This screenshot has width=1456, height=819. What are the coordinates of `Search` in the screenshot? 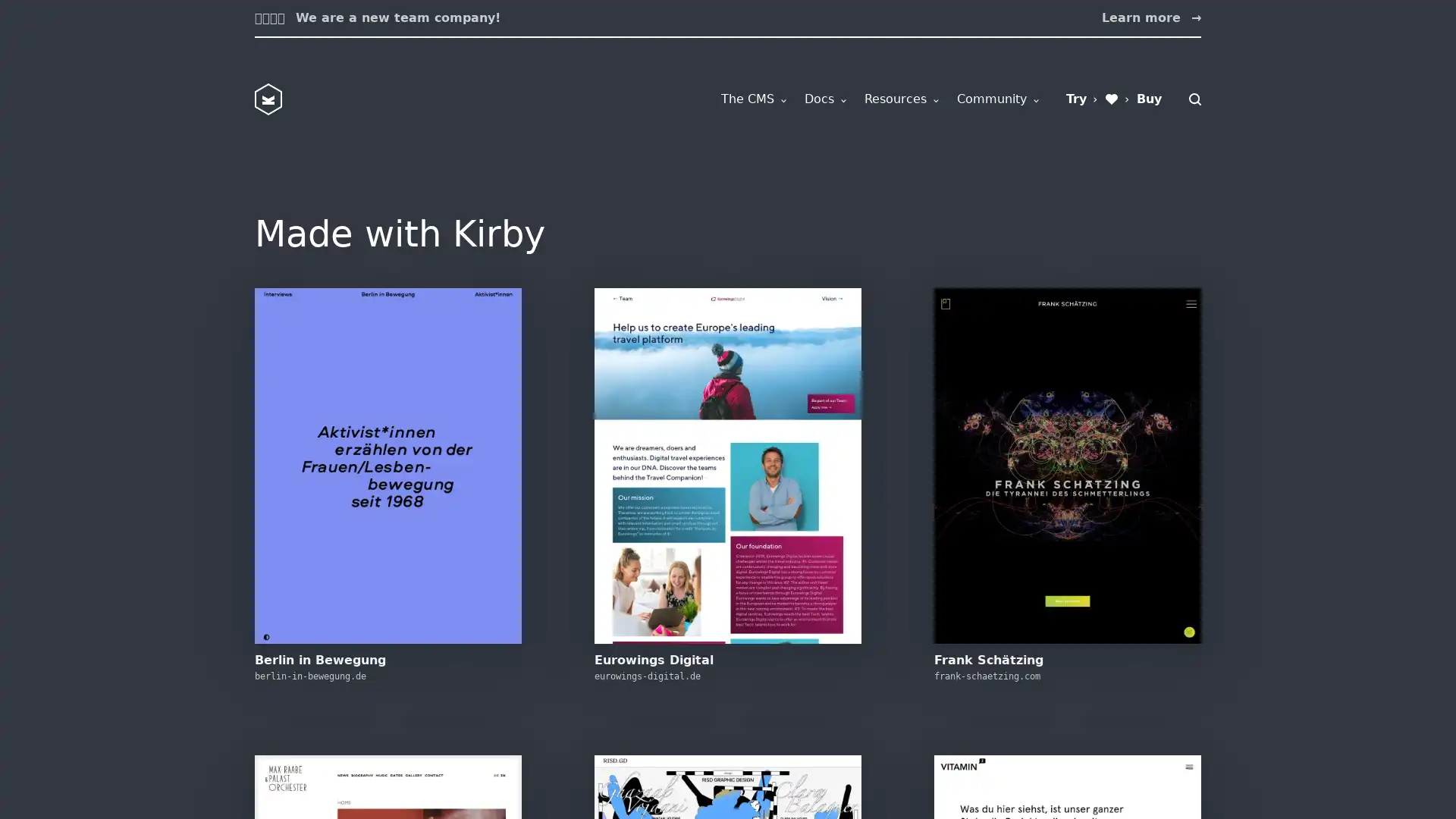 It's located at (1194, 99).